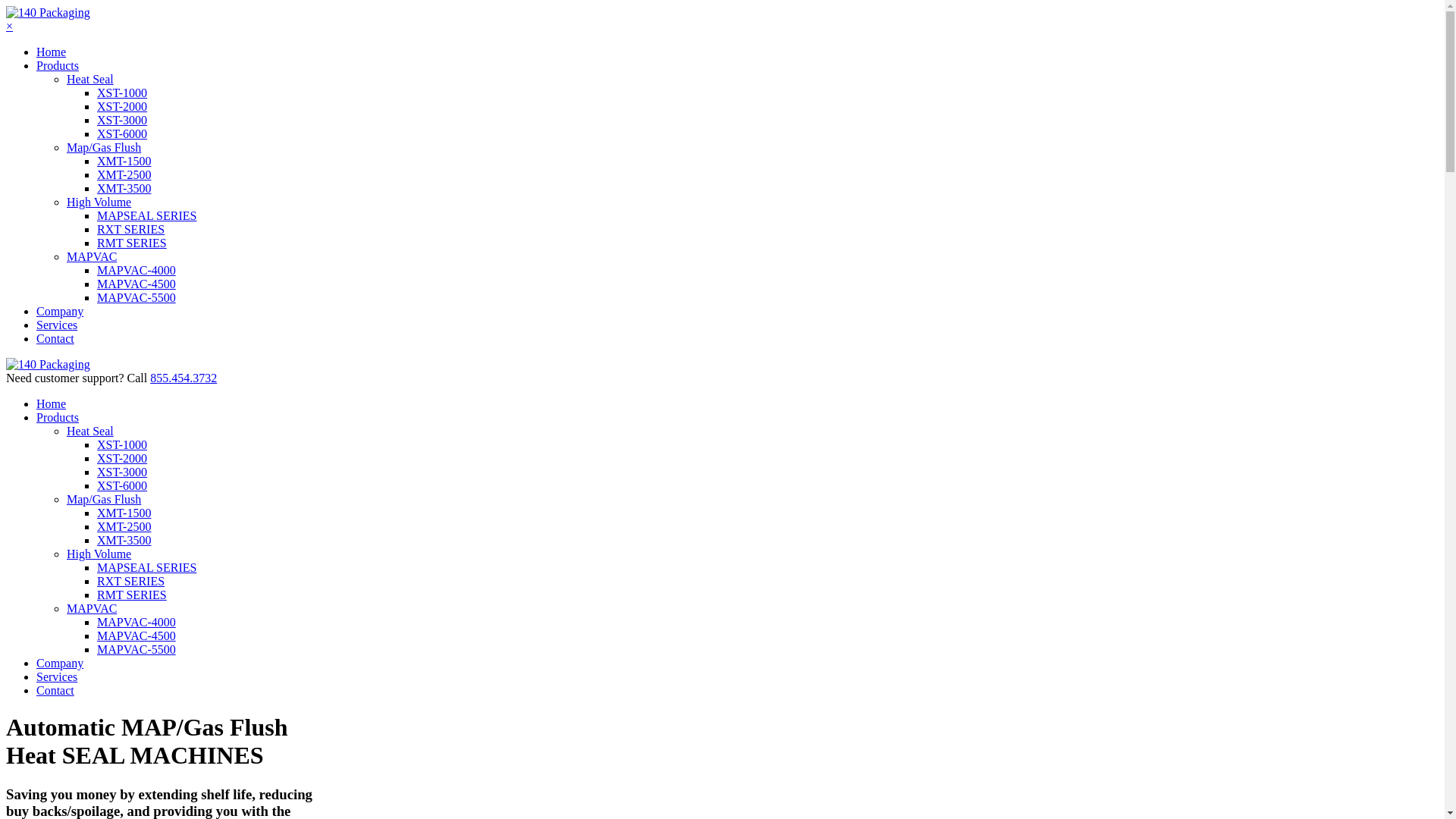 This screenshot has width=1456, height=819. What do you see at coordinates (122, 105) in the screenshot?
I see `'XST-2000'` at bounding box center [122, 105].